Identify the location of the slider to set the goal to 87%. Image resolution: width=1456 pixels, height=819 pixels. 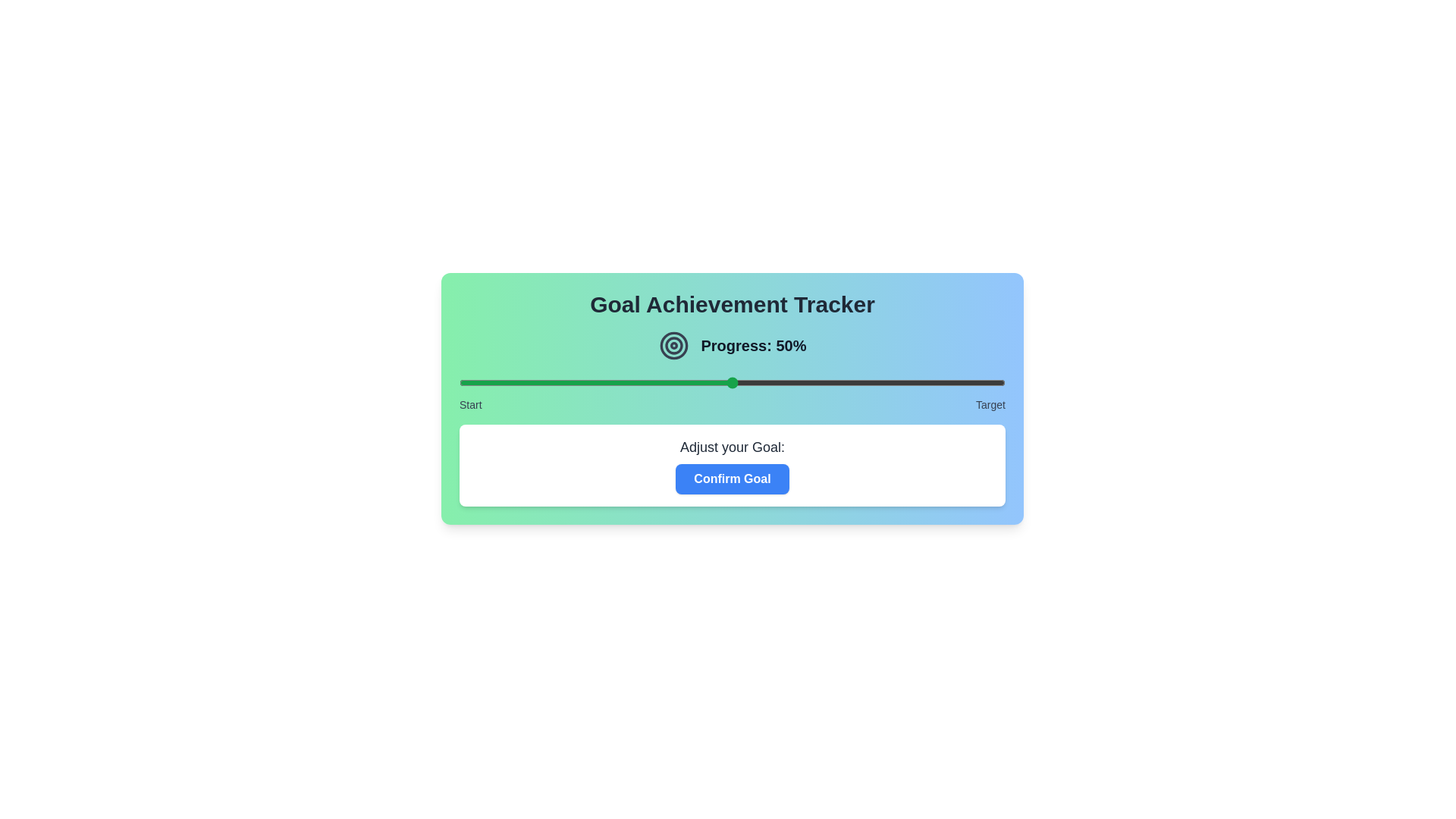
(934, 382).